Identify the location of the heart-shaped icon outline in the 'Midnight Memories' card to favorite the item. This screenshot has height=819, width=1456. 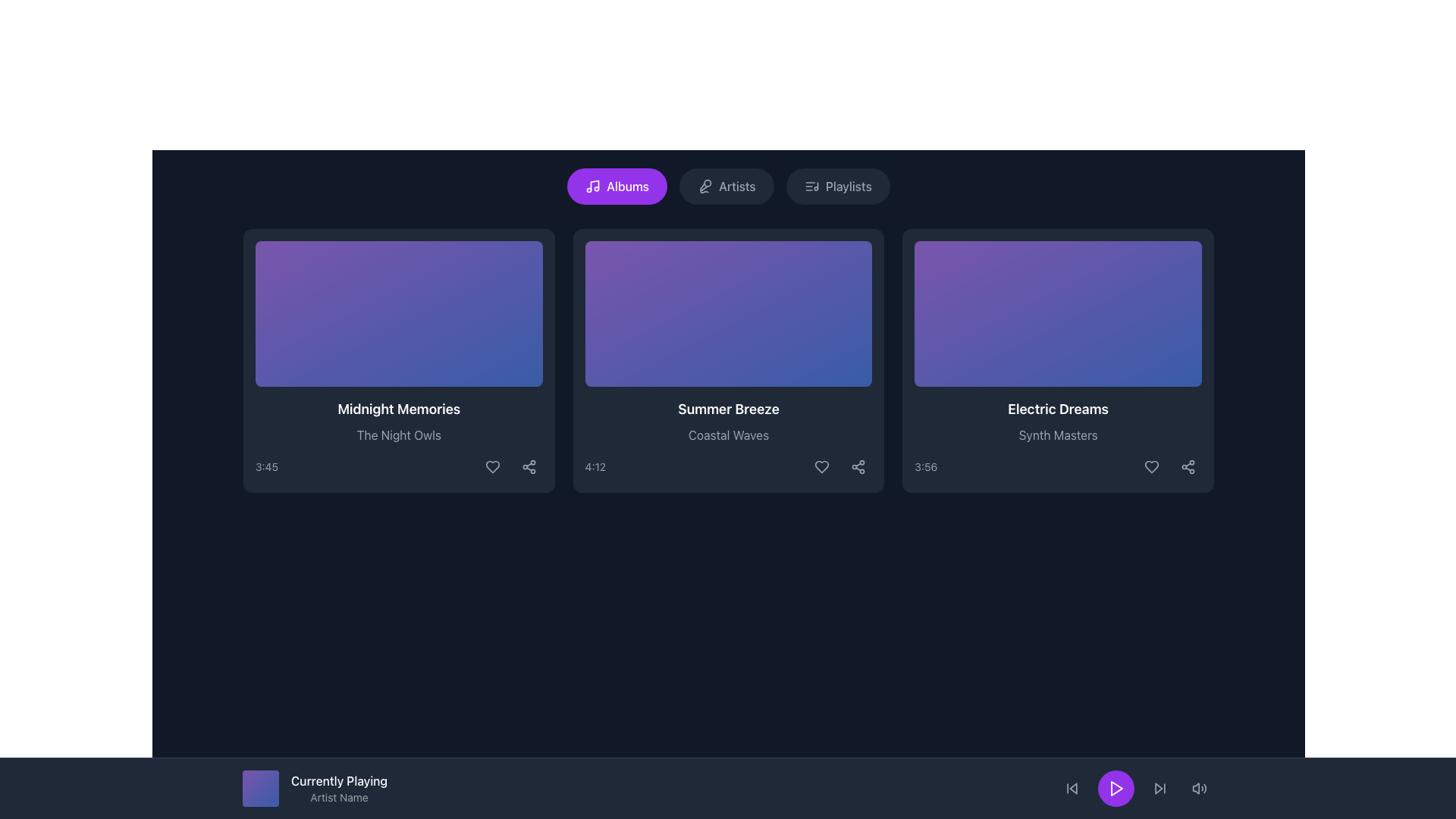
(492, 466).